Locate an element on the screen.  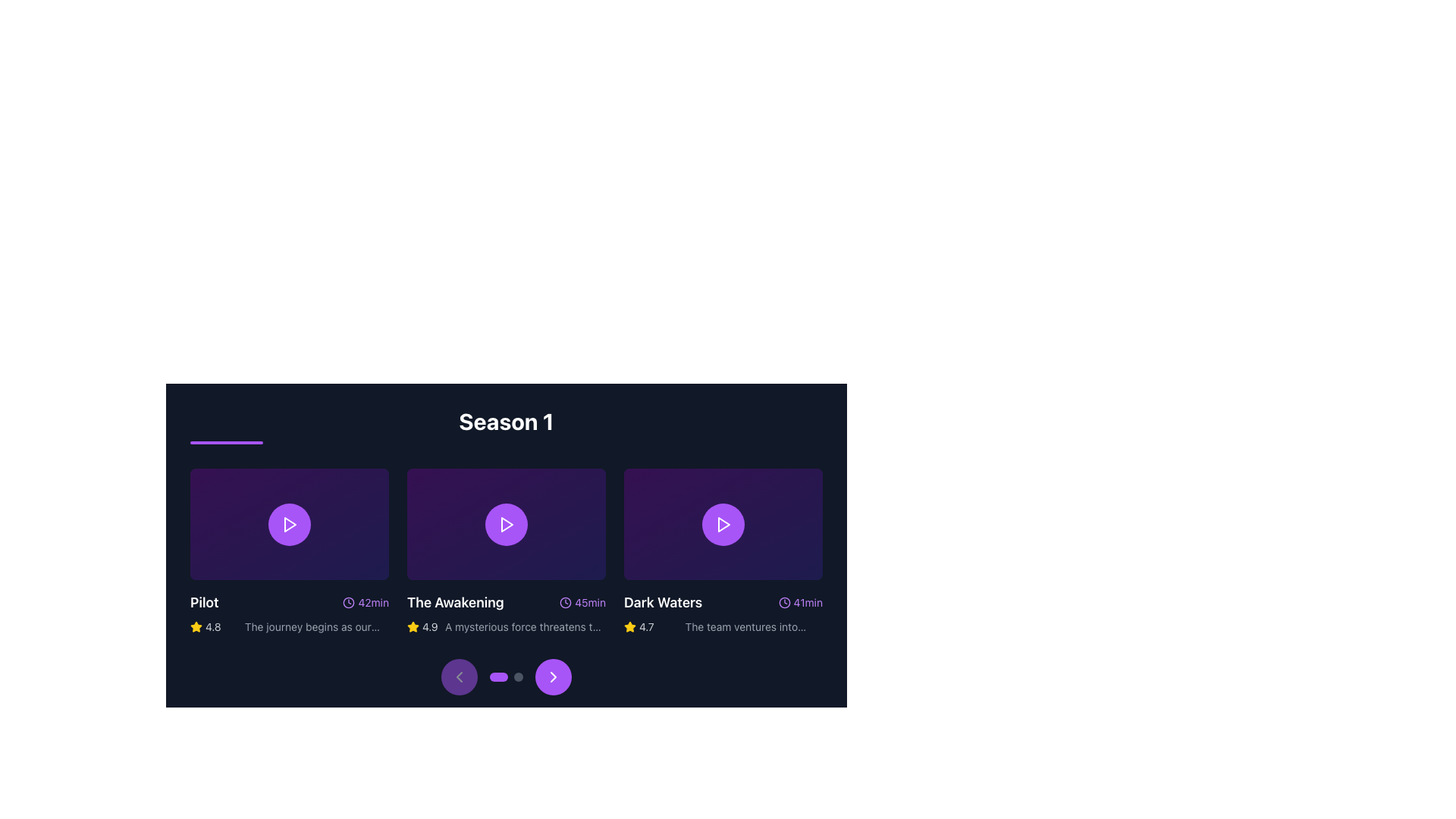
the status indicated by the purple and grey circular indicators located at the bottom center of the interface, between the larger circular buttons is located at coordinates (506, 676).